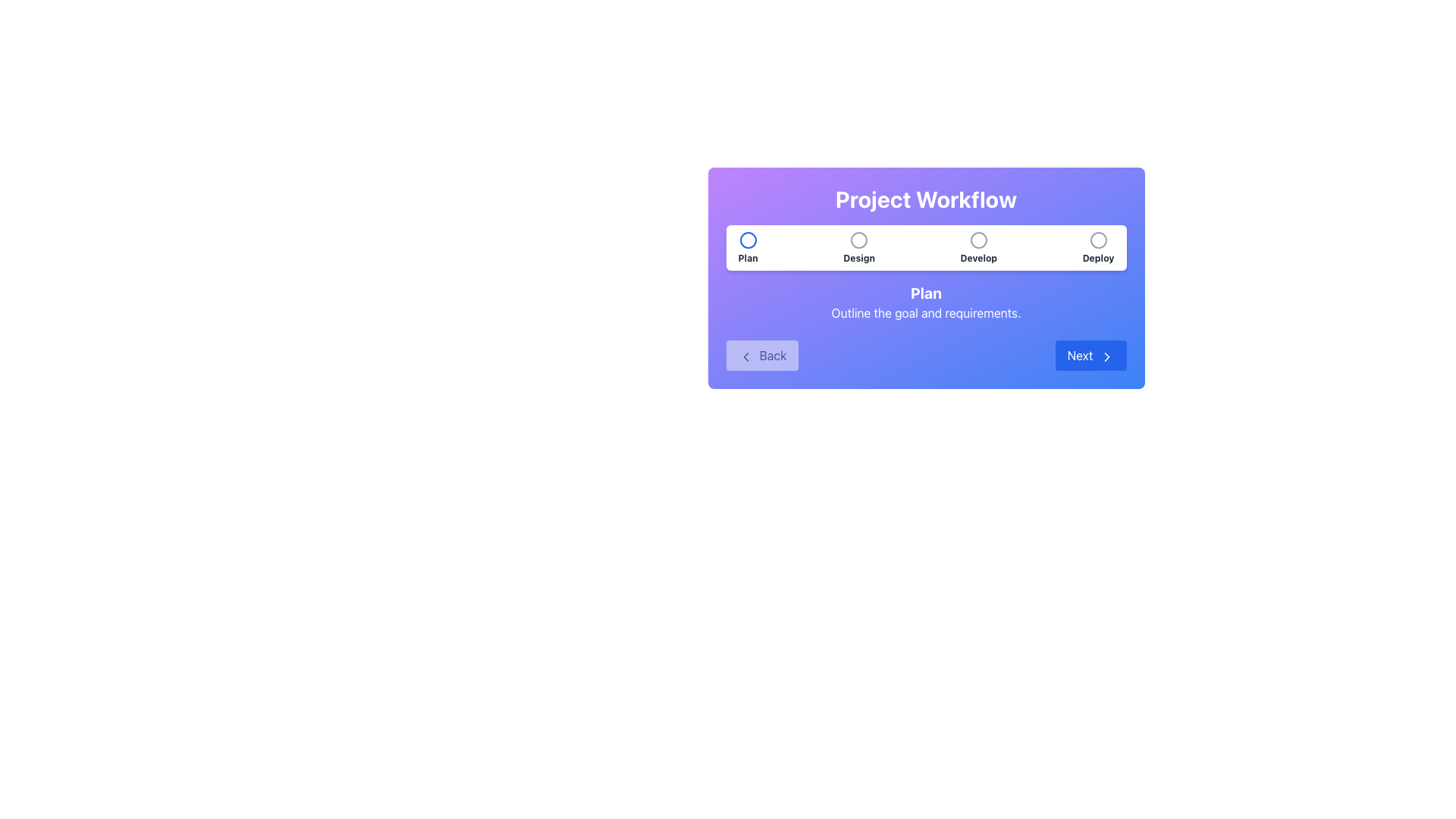 The image size is (1456, 819). I want to click on the Circle SVG element that indicates the 'Develop' stage in the workflow of the step-based navigation interface, so click(978, 239).